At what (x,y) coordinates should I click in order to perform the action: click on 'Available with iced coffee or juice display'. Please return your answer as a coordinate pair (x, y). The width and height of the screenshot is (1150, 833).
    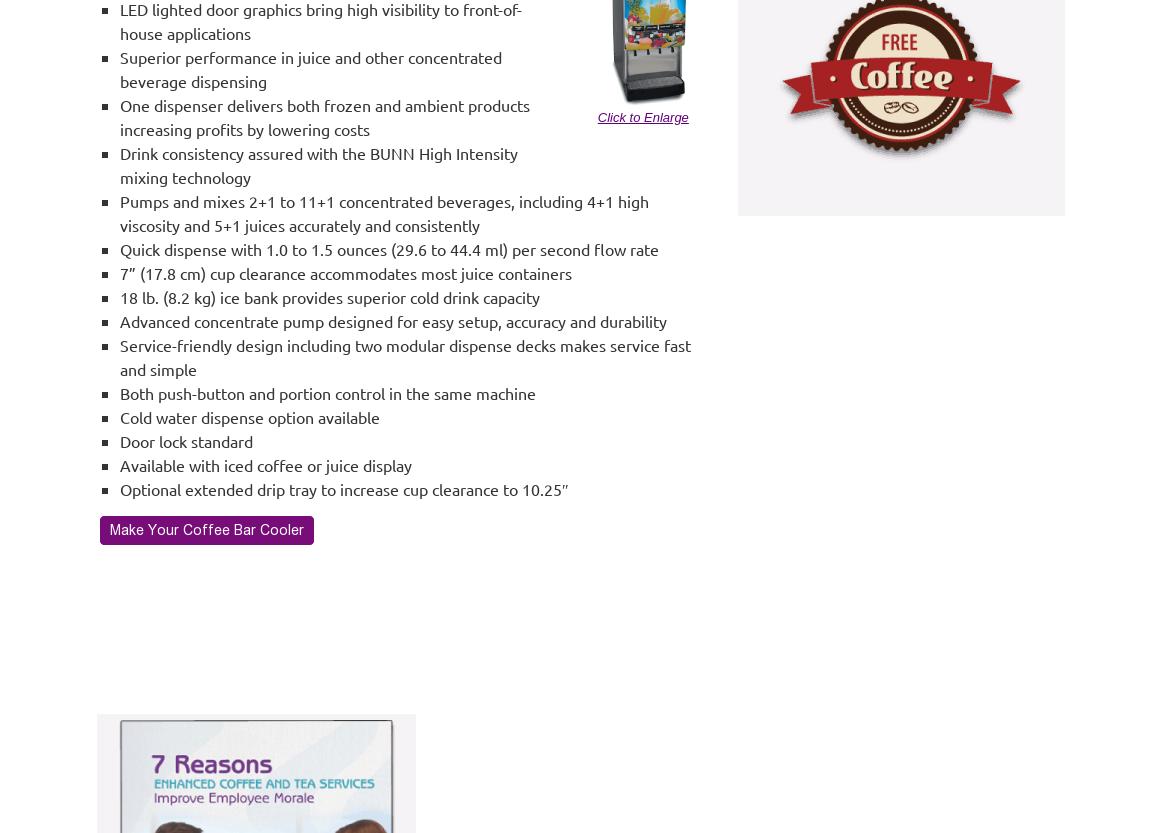
    Looking at the image, I should click on (264, 463).